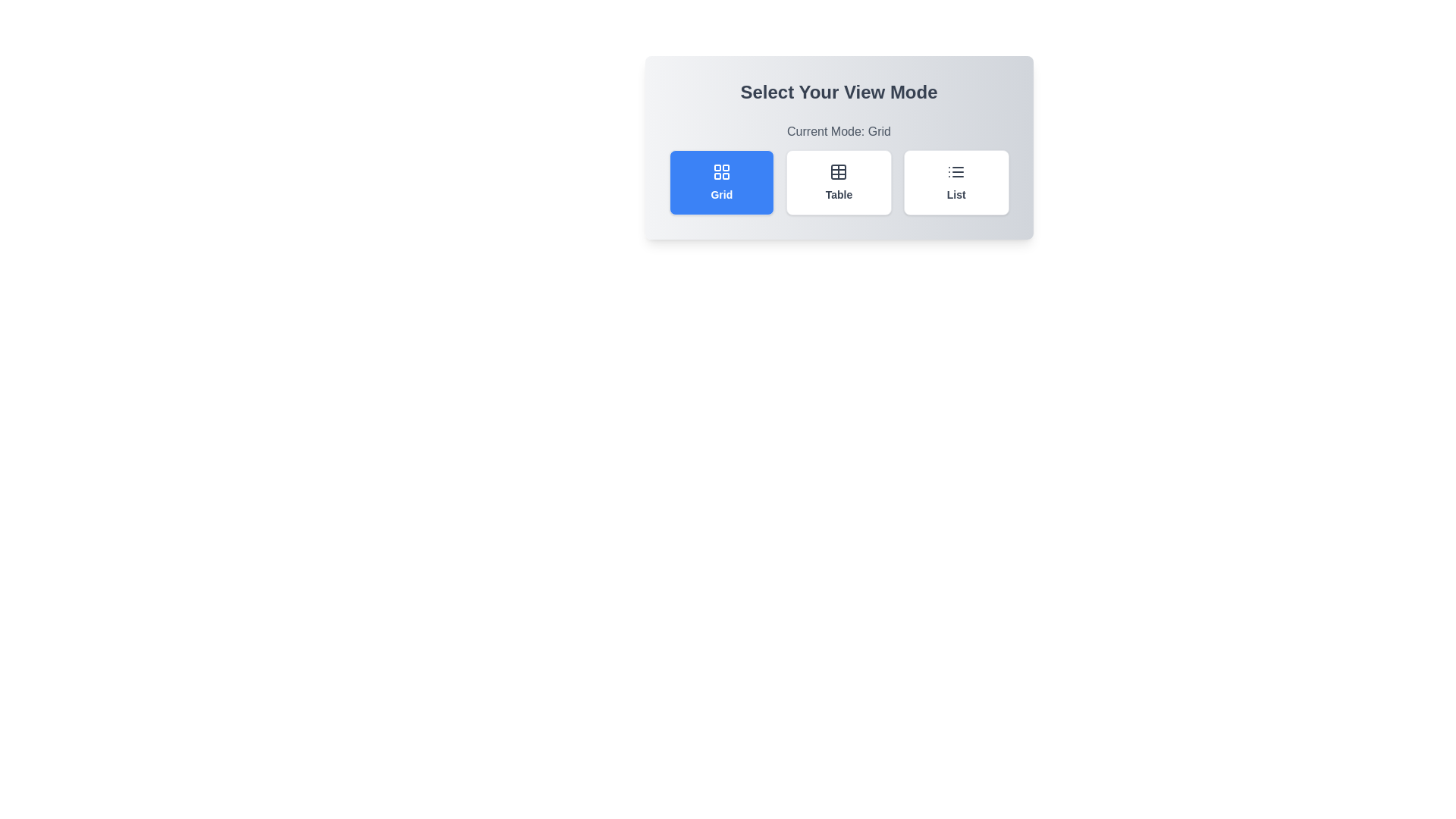 This screenshot has width=1456, height=819. Describe the element at coordinates (720, 194) in the screenshot. I see `the label that indicates the Grid view mode button, which is located inside a blue rectangular button on the leftmost side of a horizontal group of three buttons, positioned below the grid layout icon` at that location.